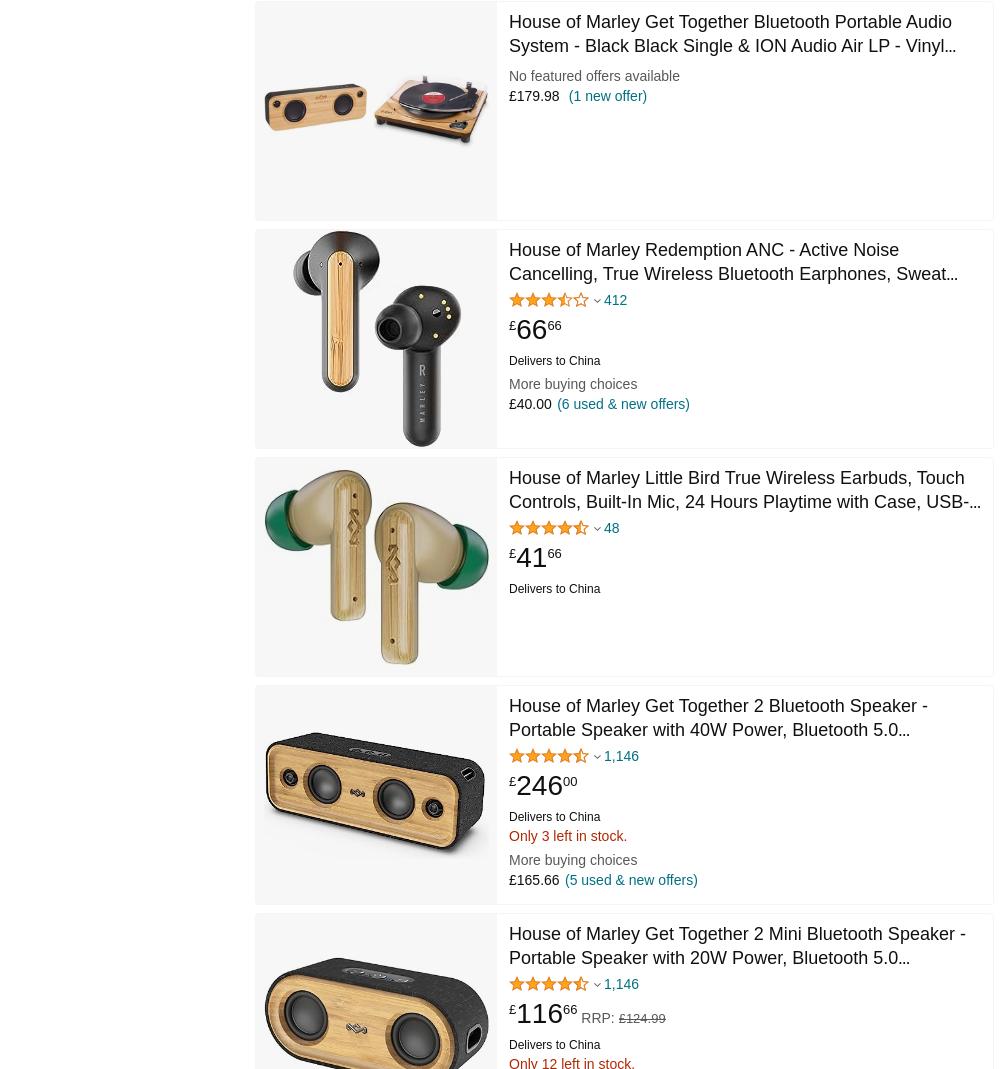 Image resolution: width=1000 pixels, height=1069 pixels. I want to click on 'House of Marley Get Together 2 Bluetooth Speaker - Portable Speaker with 40W Power, Bluetooth 5.0 Technology, 30-Metre Range & 20H Playtime - Speaker with Sustainable Materials', so click(728, 740).